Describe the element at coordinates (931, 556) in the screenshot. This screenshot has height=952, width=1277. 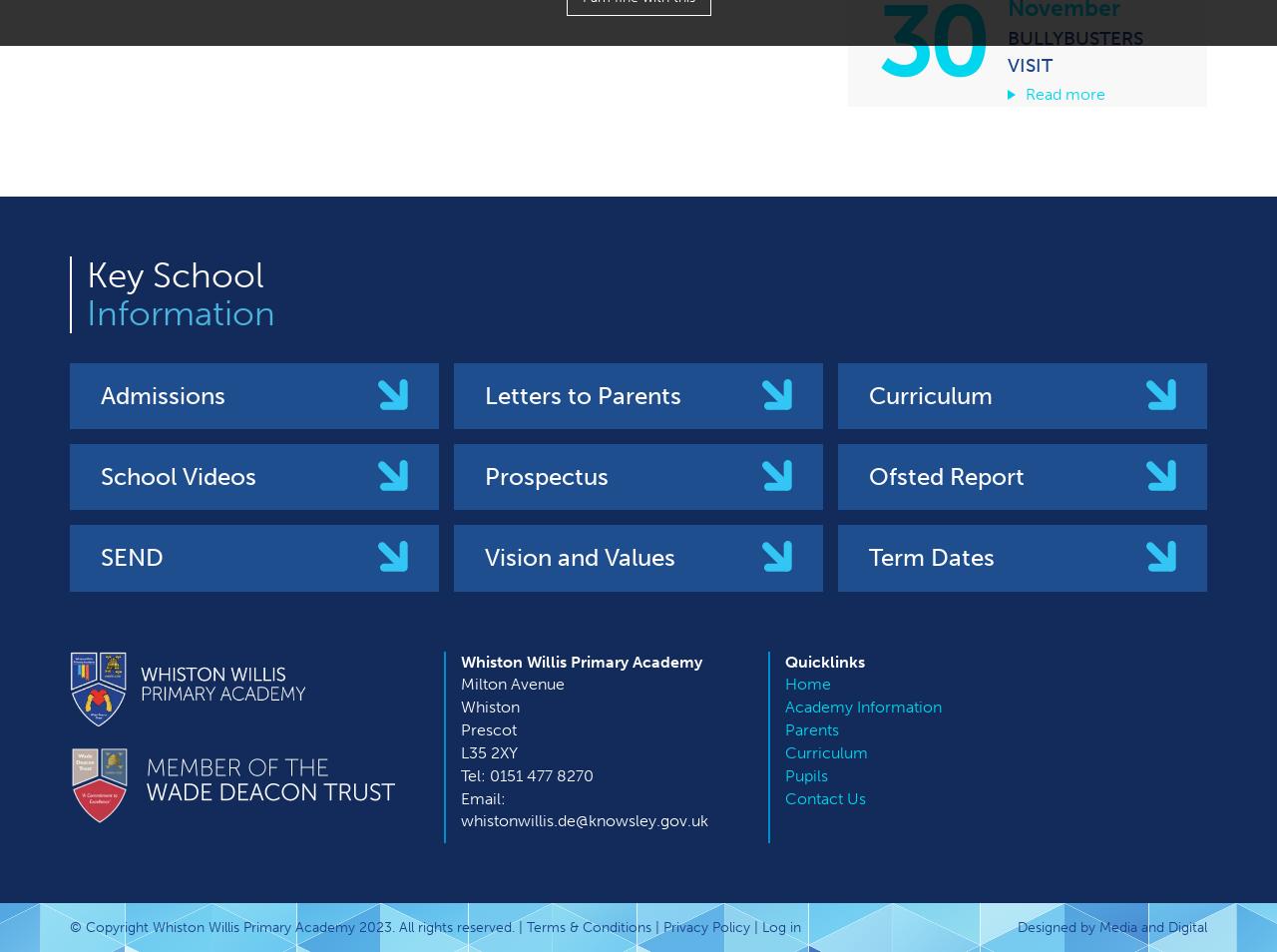
I see `'Term Dates'` at that location.